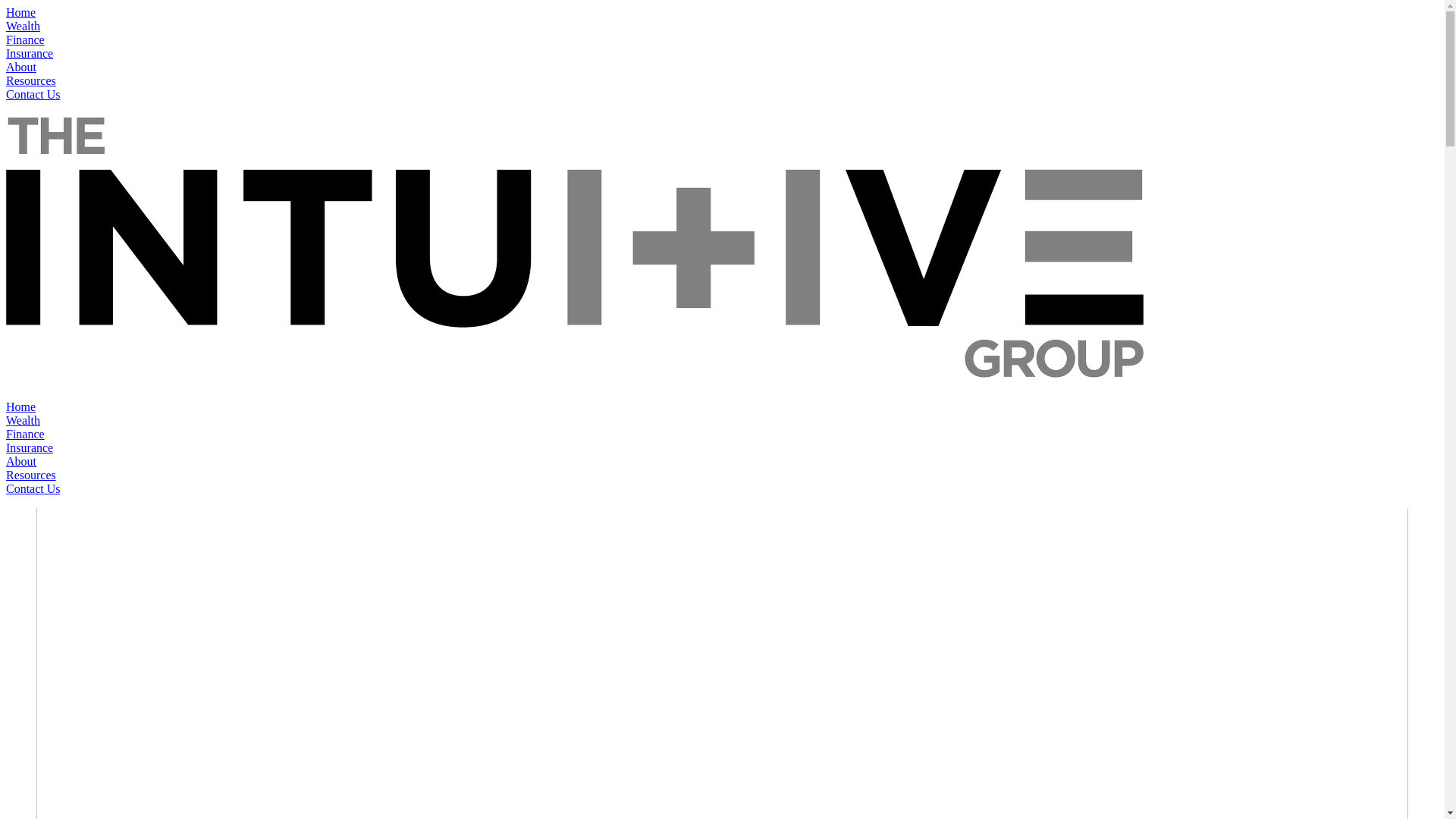 The image size is (1456, 819). What do you see at coordinates (6, 406) in the screenshot?
I see `'Home'` at bounding box center [6, 406].